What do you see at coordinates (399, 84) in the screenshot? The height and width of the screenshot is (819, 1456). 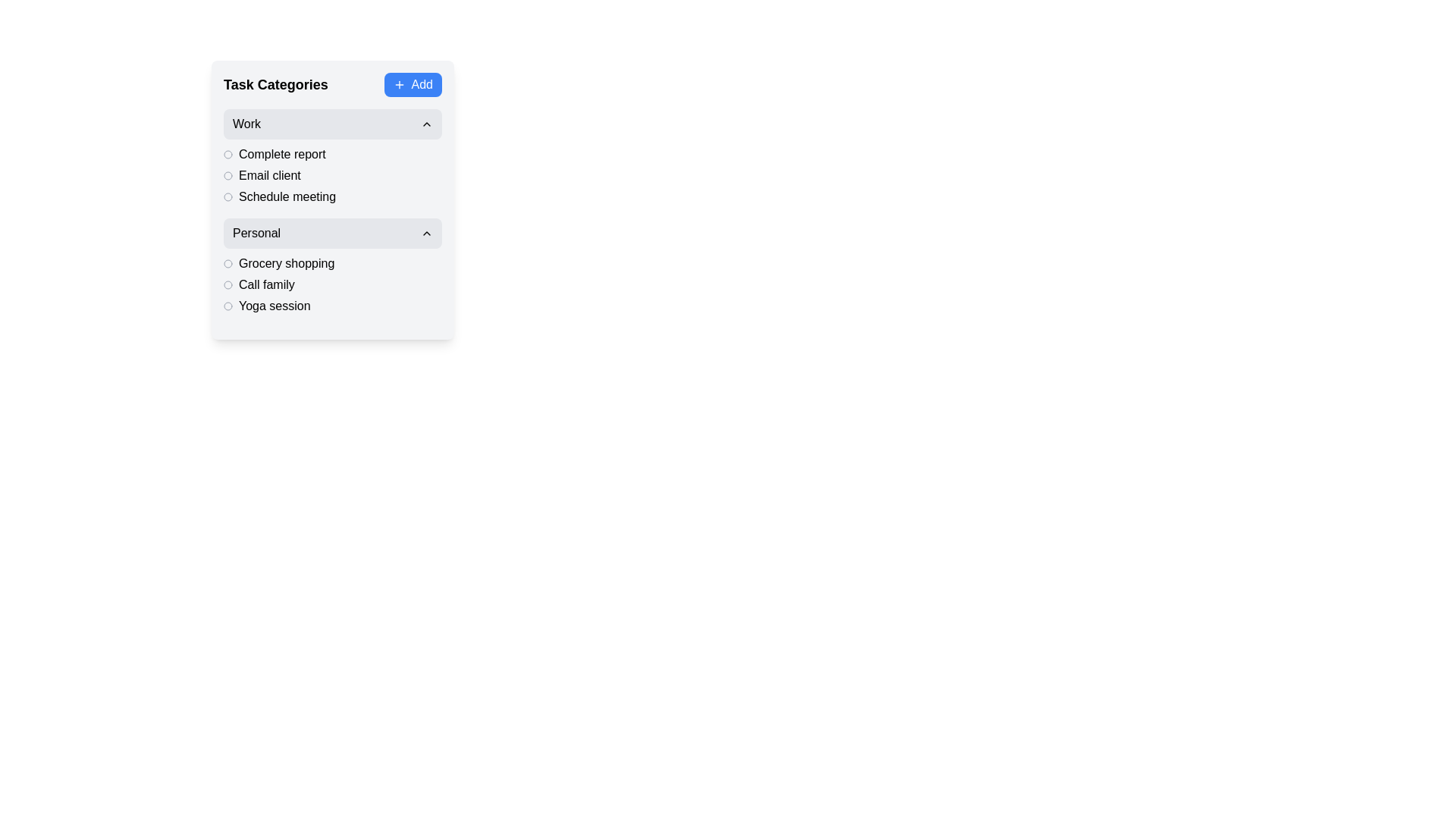 I see `the plus sign icon on the blue 'Add' button located in the top-right corner of the 'Task Categories' panel` at bounding box center [399, 84].